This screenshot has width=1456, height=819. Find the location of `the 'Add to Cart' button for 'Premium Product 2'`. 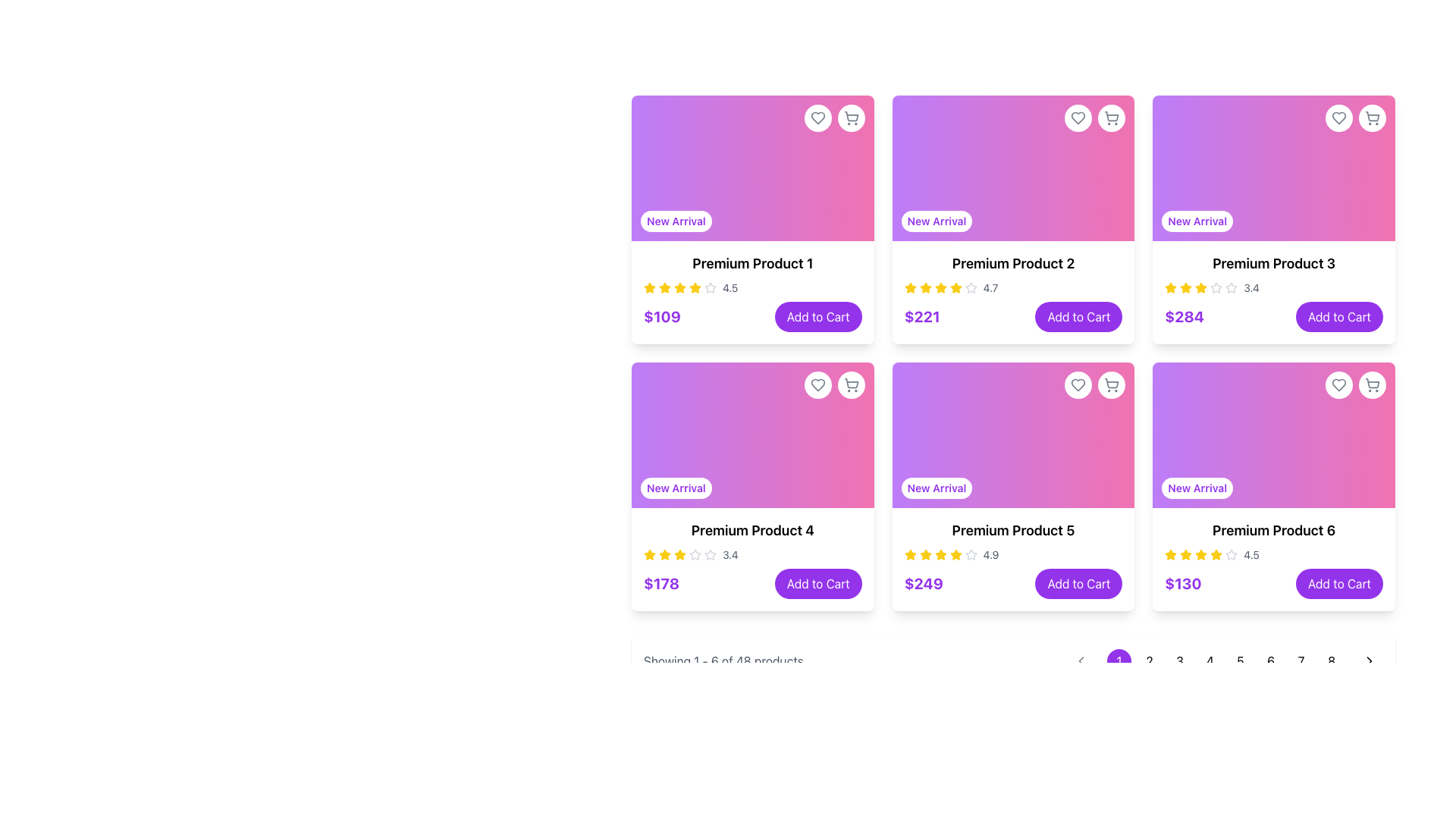

the 'Add to Cart' button for 'Premium Product 2' is located at coordinates (1078, 315).